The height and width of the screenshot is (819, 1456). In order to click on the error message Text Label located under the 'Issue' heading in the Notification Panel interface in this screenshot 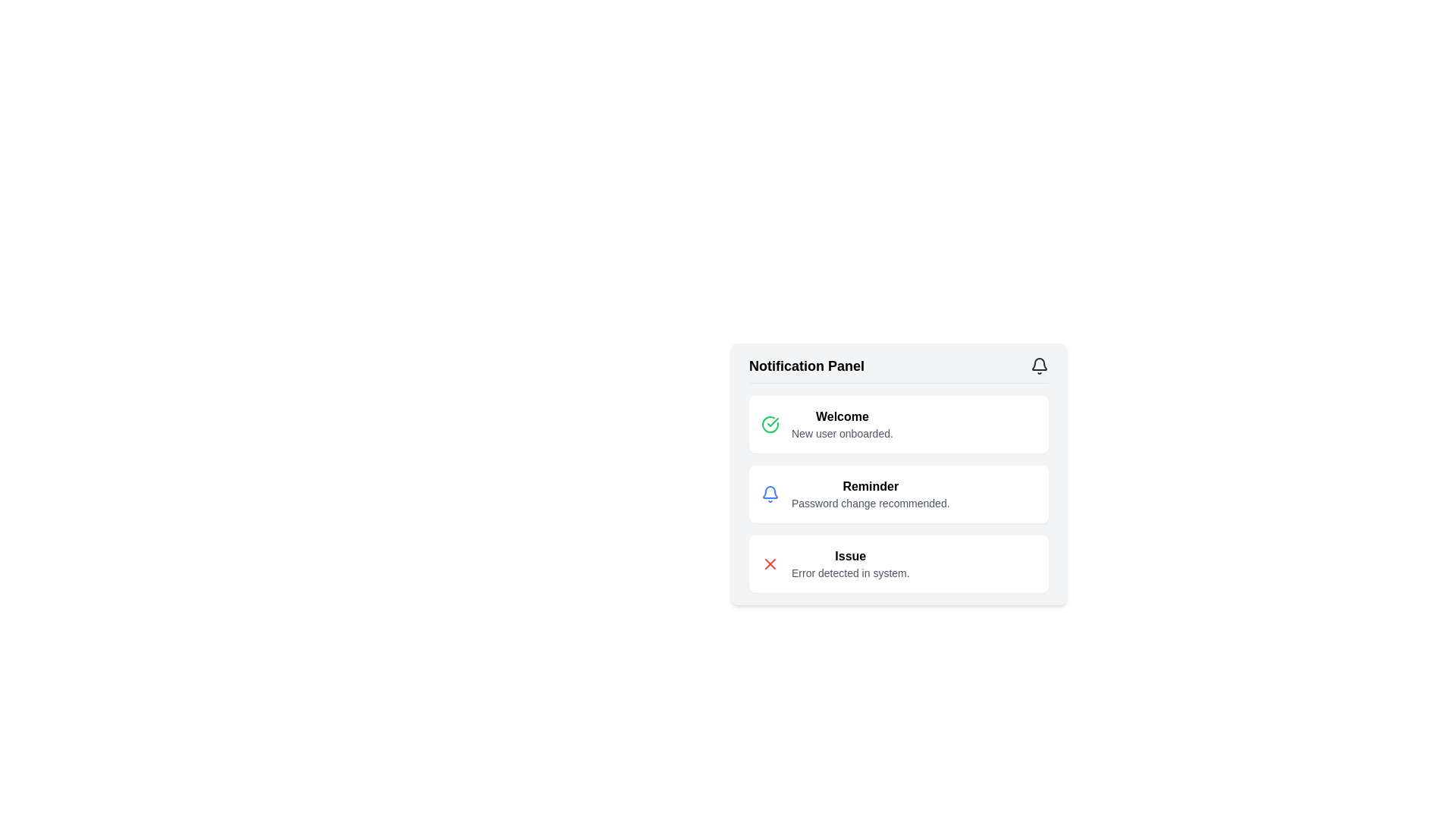, I will do `click(850, 573)`.